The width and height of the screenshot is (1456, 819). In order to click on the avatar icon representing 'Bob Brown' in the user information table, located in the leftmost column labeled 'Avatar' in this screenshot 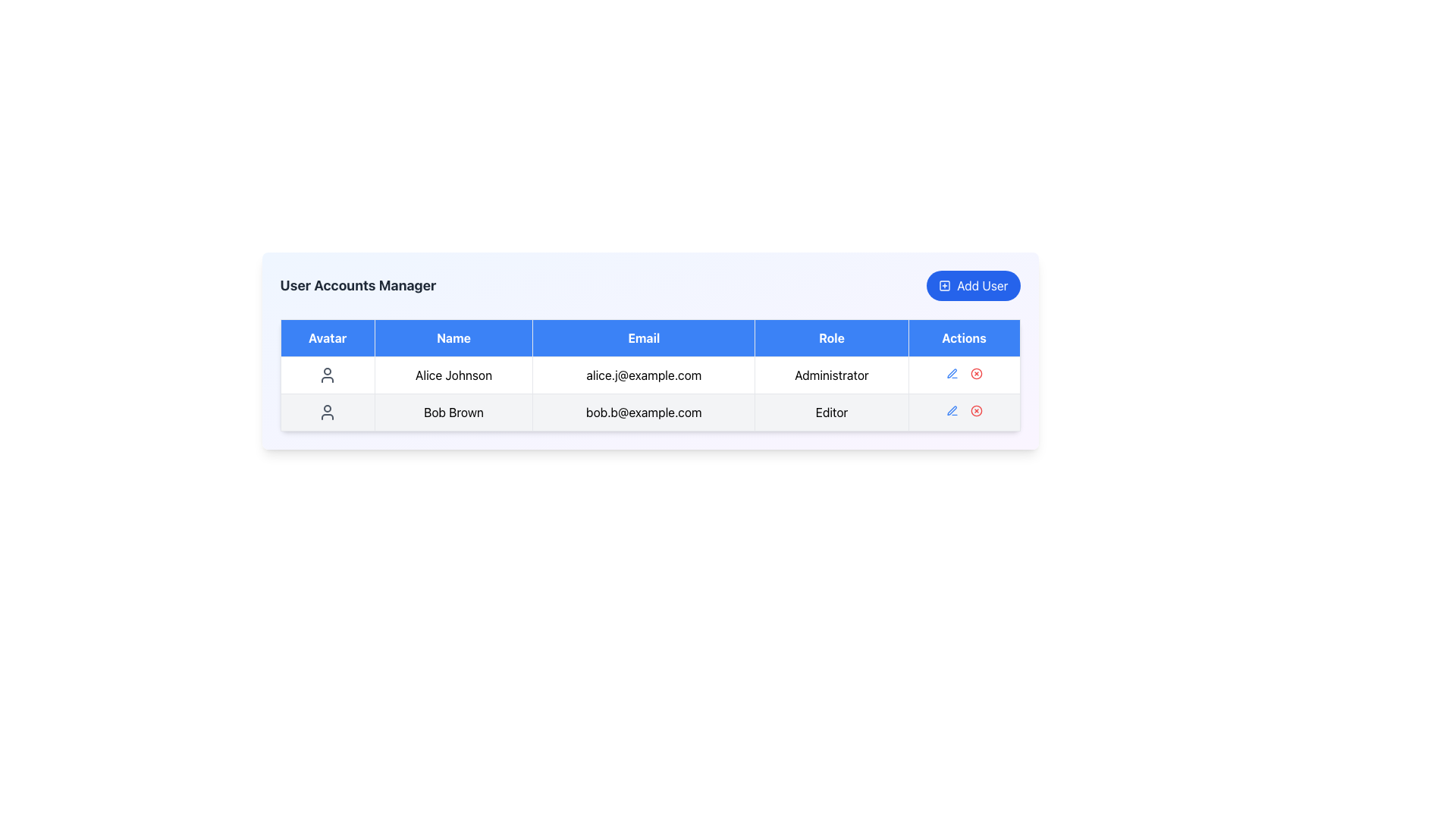, I will do `click(327, 412)`.